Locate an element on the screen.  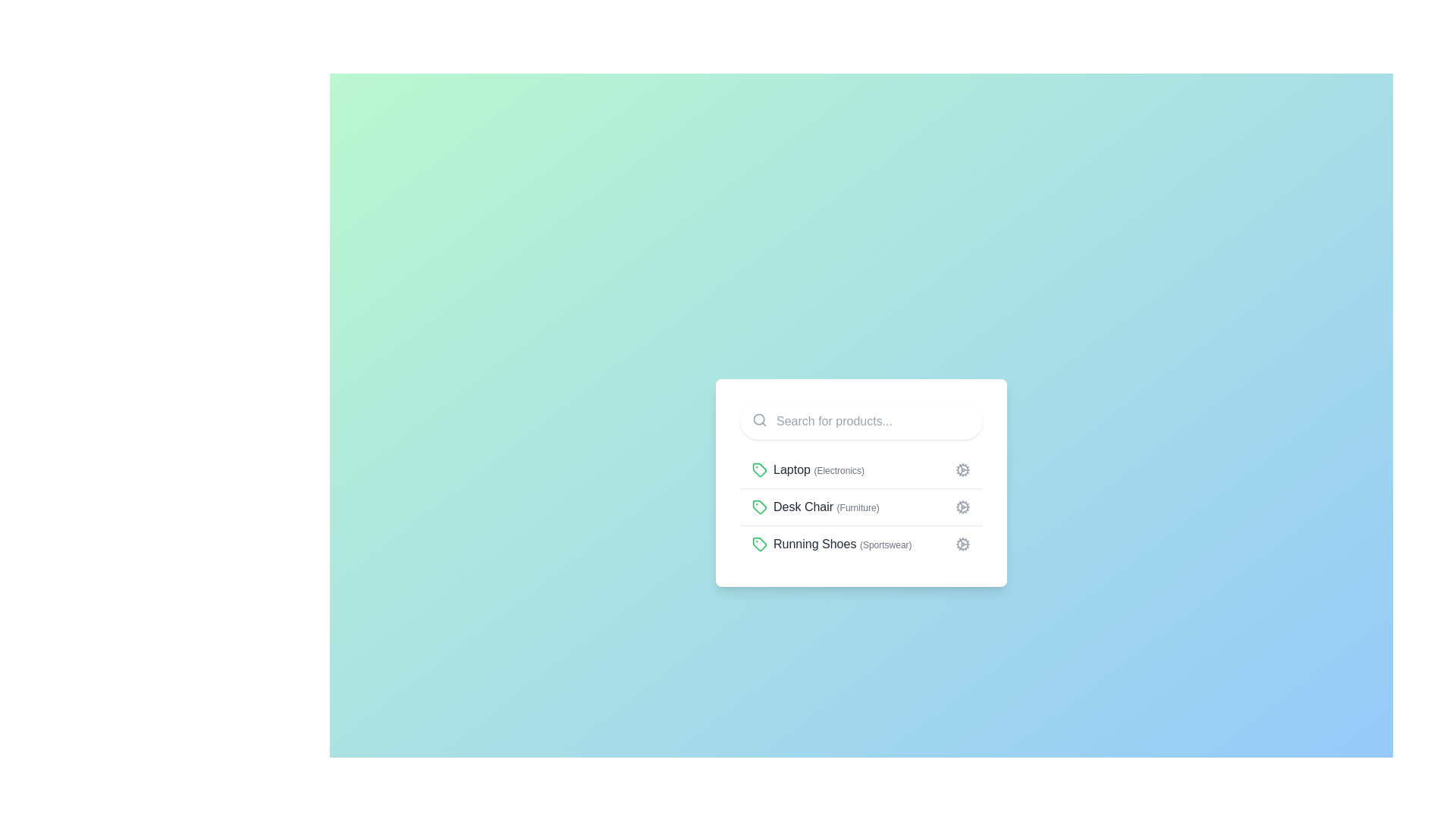
the outermost circular part of the cog-shaped icon located to the right of the 'Desk Chair (Furniture)' list item in the UI is located at coordinates (962, 507).